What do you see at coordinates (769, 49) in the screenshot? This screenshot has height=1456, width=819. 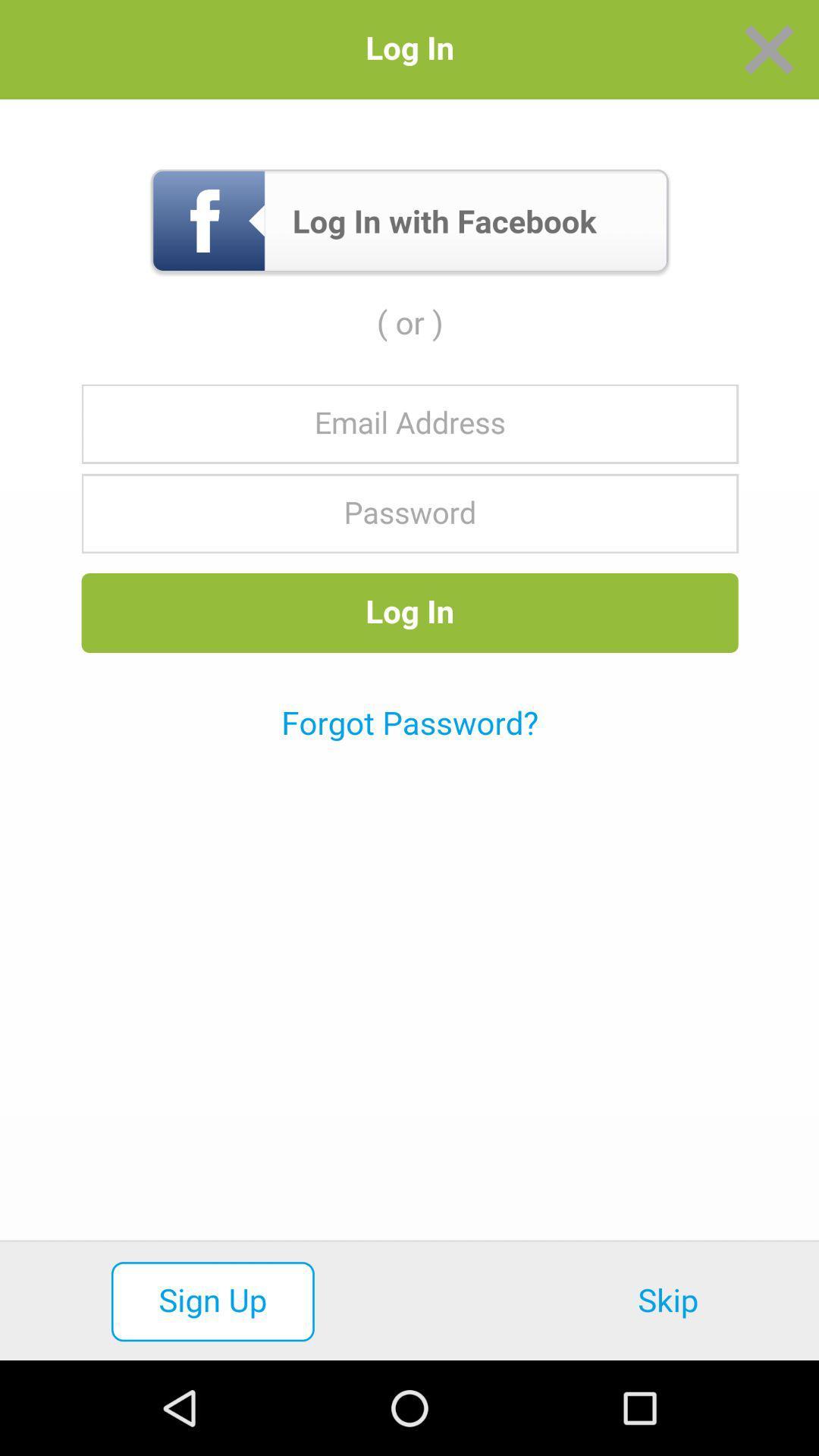 I see `the tab` at bounding box center [769, 49].